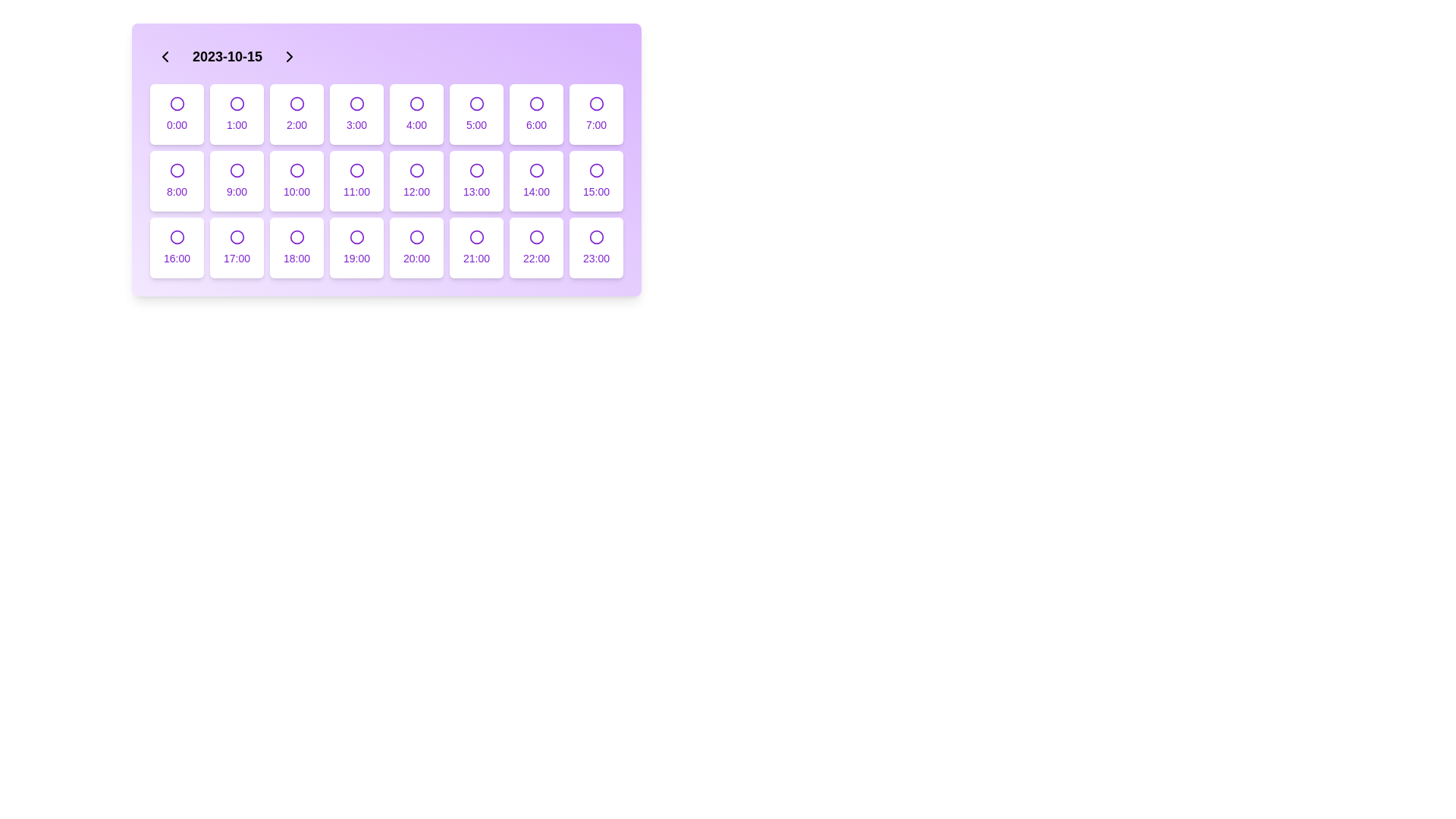  What do you see at coordinates (236, 170) in the screenshot?
I see `the circular icon with a thin purple border that represents the time '9:00'` at bounding box center [236, 170].